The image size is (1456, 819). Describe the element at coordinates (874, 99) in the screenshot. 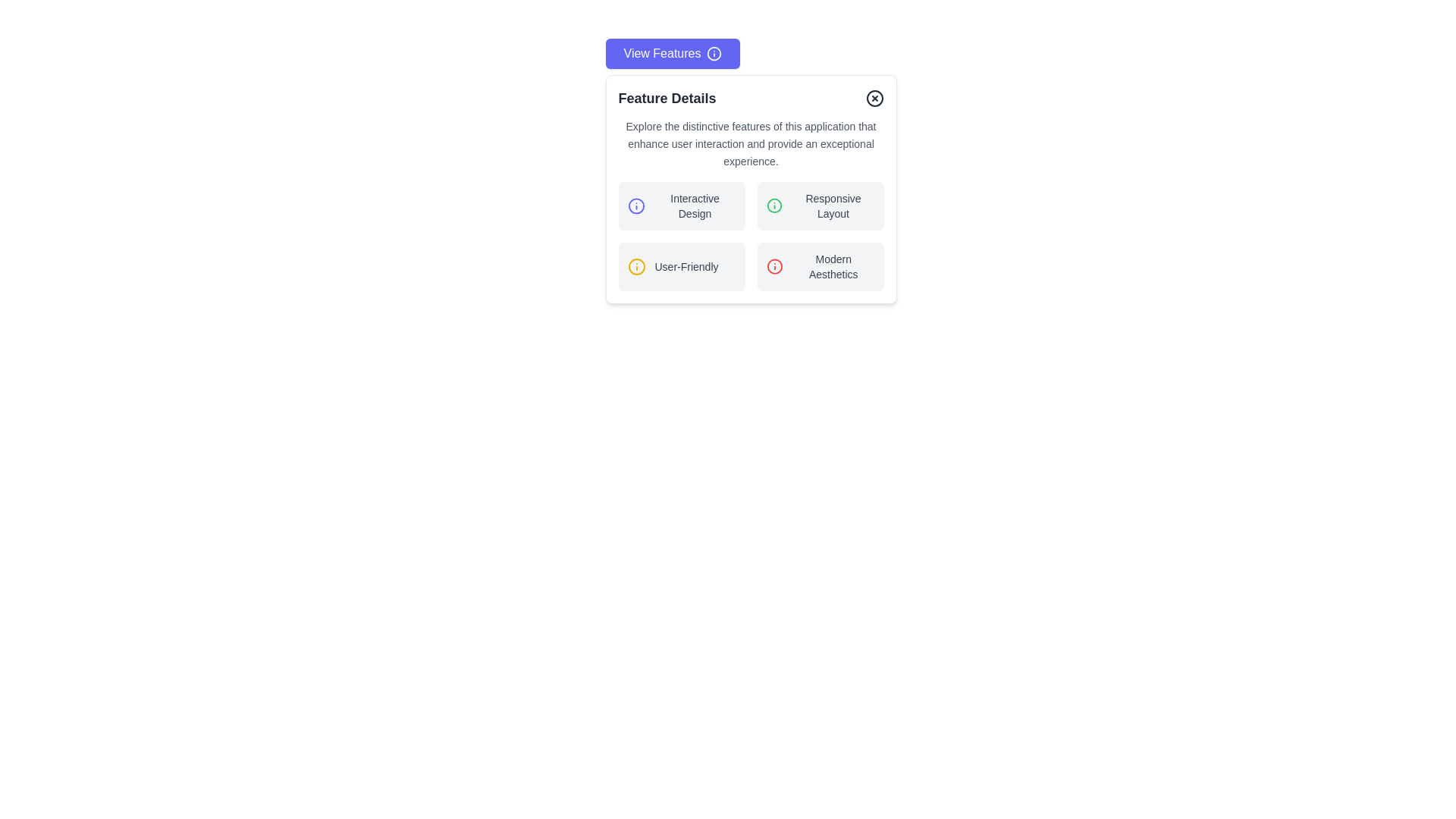

I see `the hollow circular UI element that is part of the SVG icon in the top-right corner of the 'Feature Details' card component` at that location.